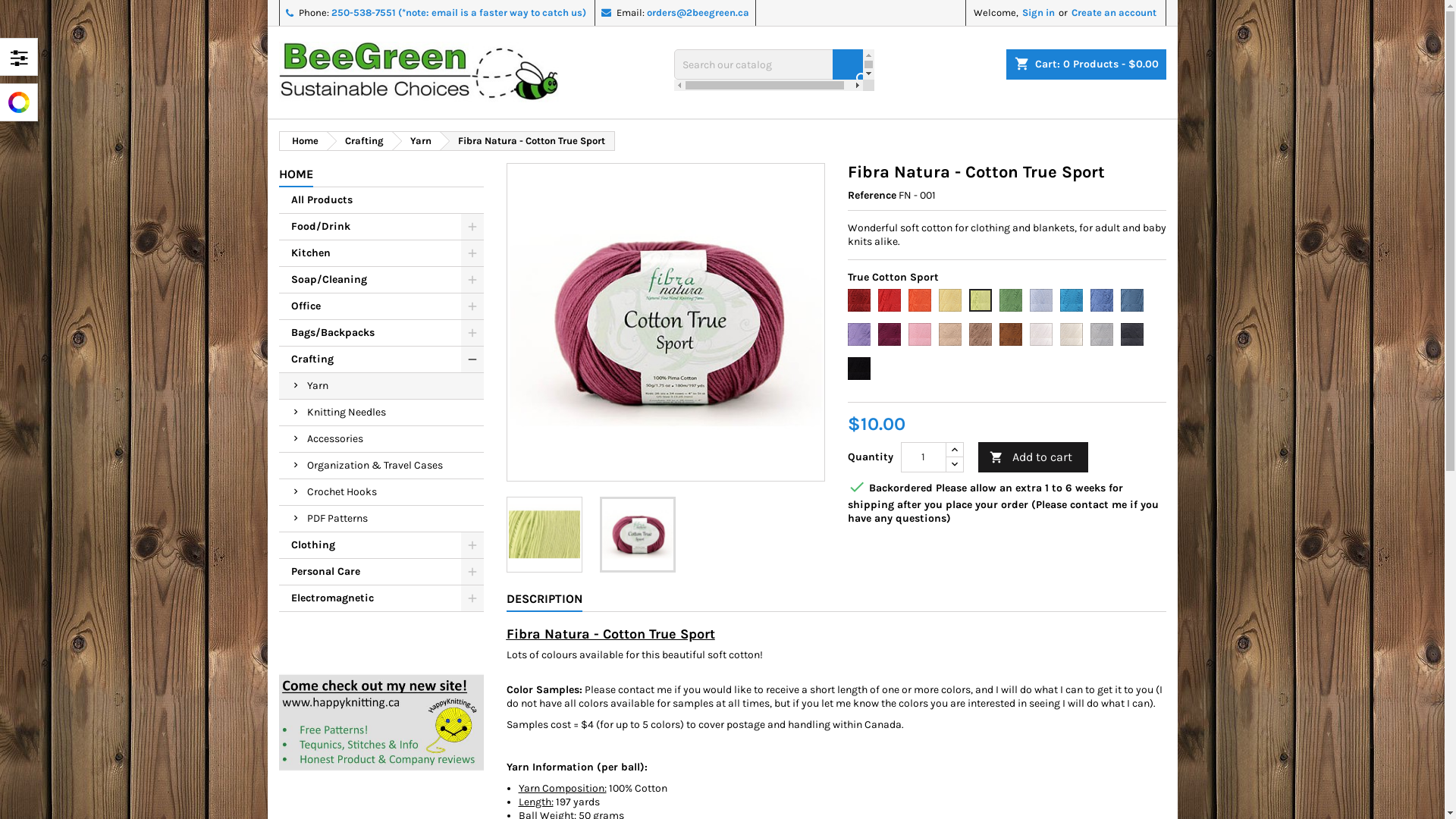 The image size is (1456, 819). What do you see at coordinates (381, 227) in the screenshot?
I see `'Food/Drink'` at bounding box center [381, 227].